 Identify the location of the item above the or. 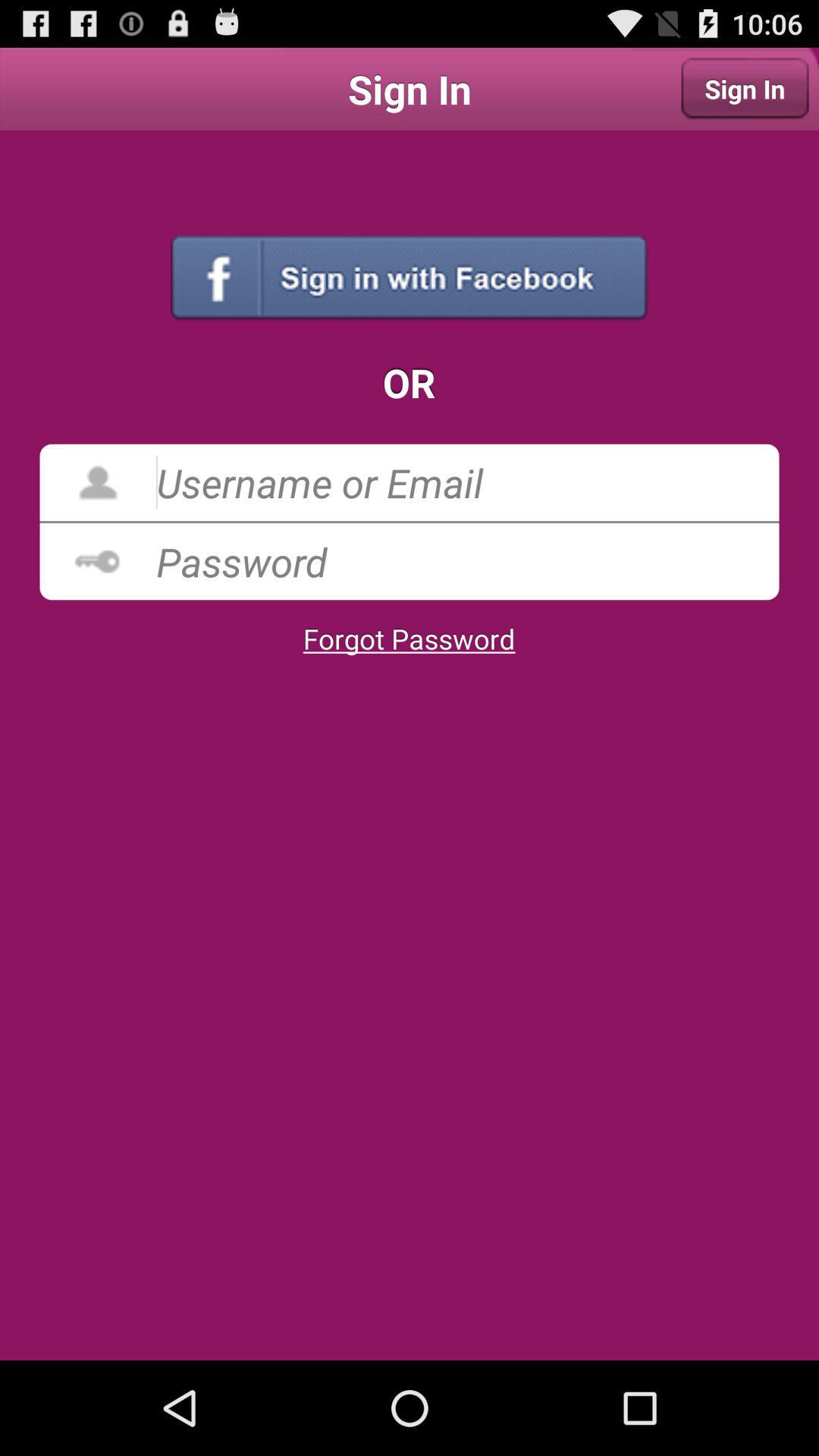
(409, 278).